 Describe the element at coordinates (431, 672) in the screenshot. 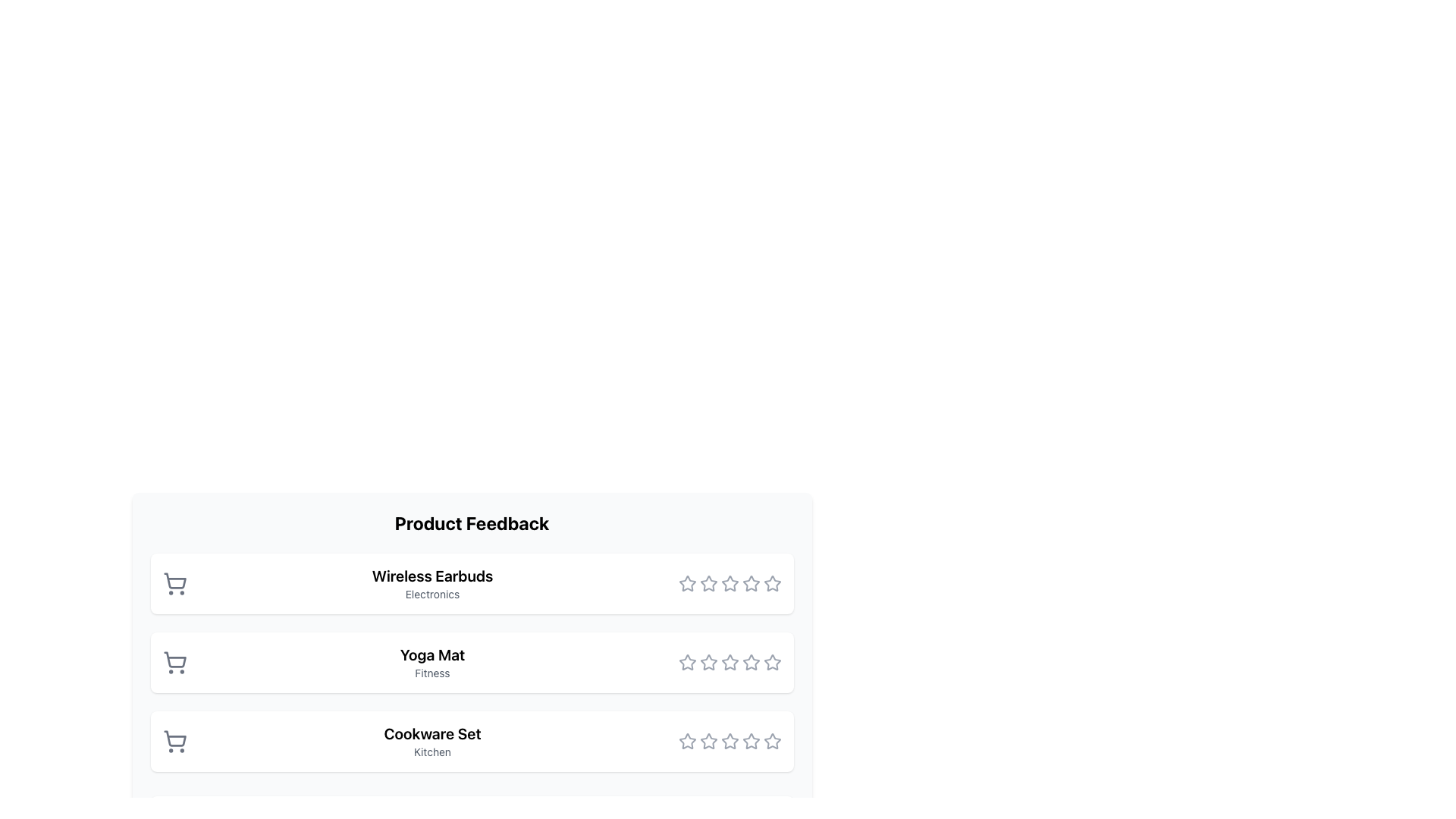

I see `the Text label that serves as a category descriptor for the item 'Yoga Mat', which is located below the item title in a list-like structure` at that location.